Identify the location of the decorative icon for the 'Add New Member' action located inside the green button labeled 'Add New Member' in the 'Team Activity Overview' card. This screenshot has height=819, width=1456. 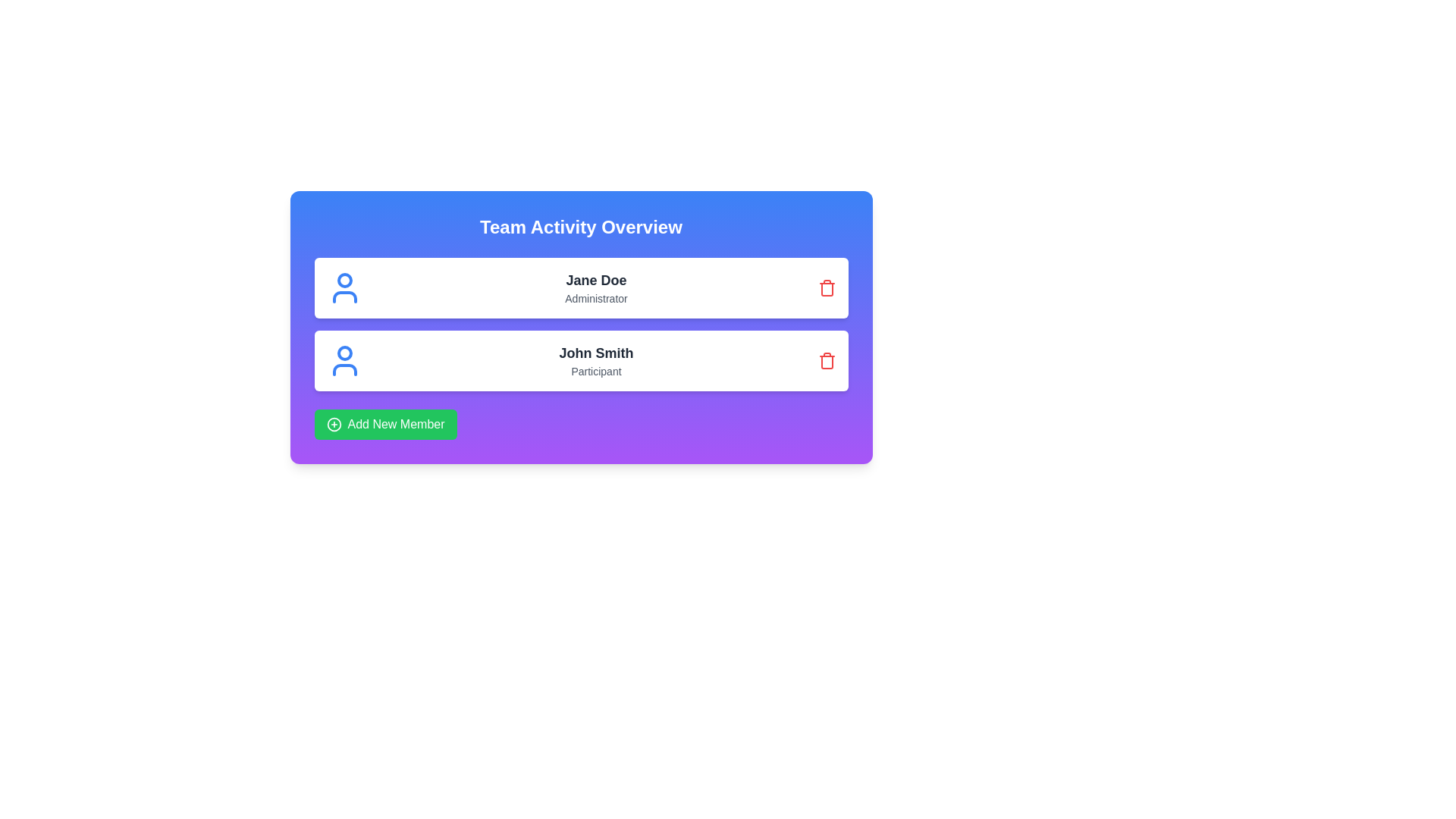
(333, 424).